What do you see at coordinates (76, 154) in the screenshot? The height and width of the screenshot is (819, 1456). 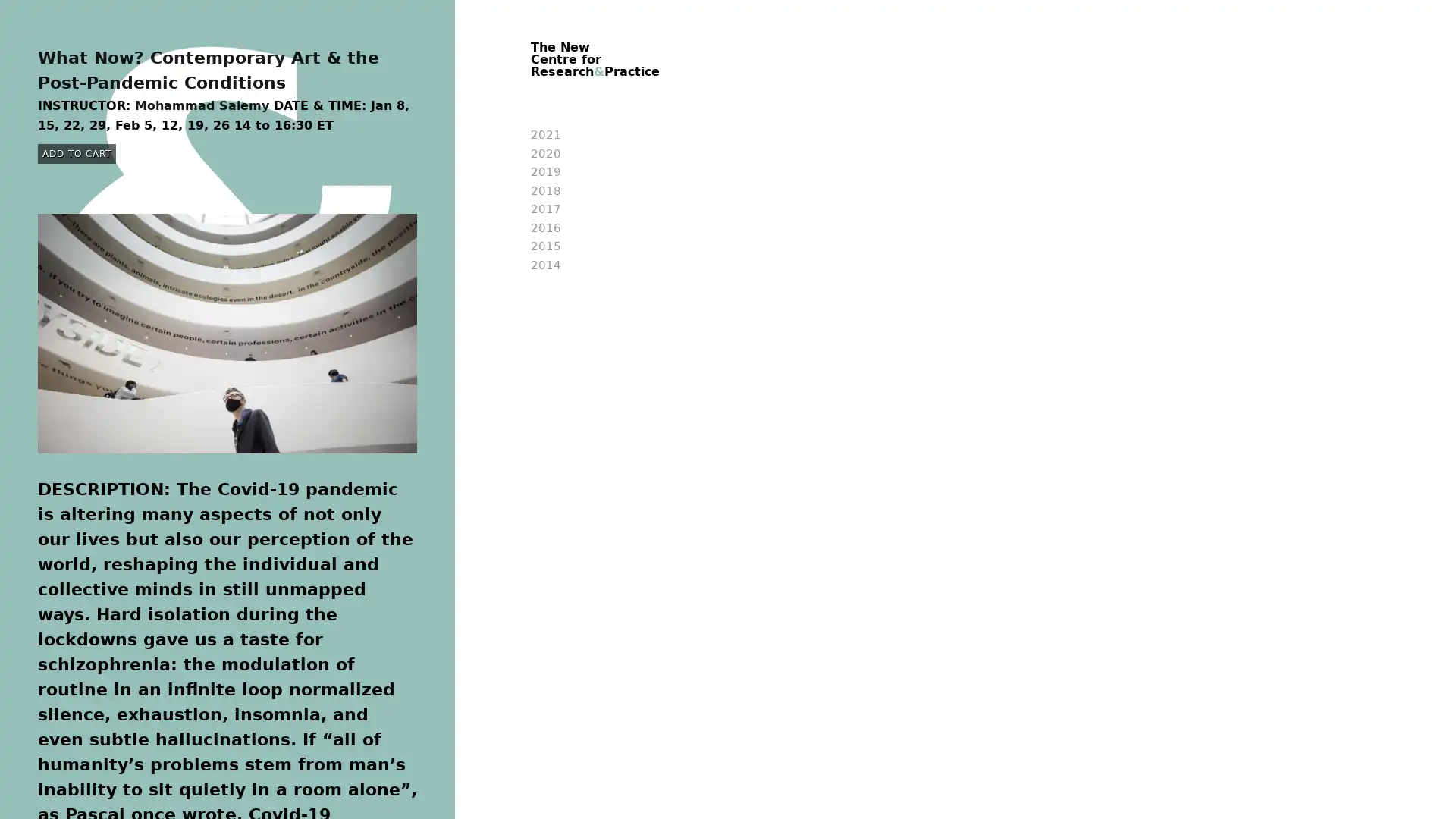 I see `Add to Cart` at bounding box center [76, 154].